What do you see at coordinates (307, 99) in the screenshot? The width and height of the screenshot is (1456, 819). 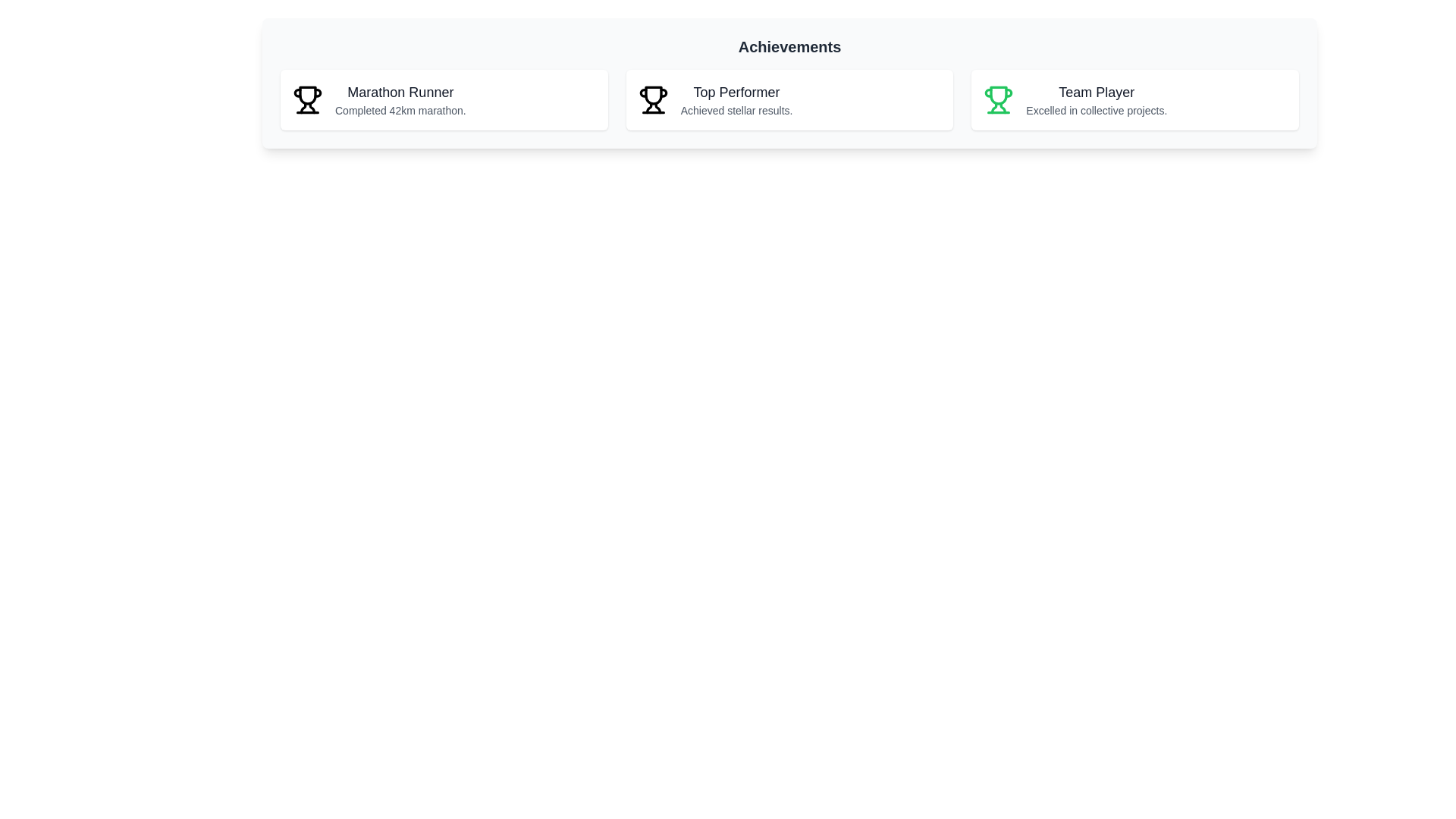 I see `the decorative award icon located in the leftmost panel, positioned directly to the left of the accompanying text elements` at bounding box center [307, 99].